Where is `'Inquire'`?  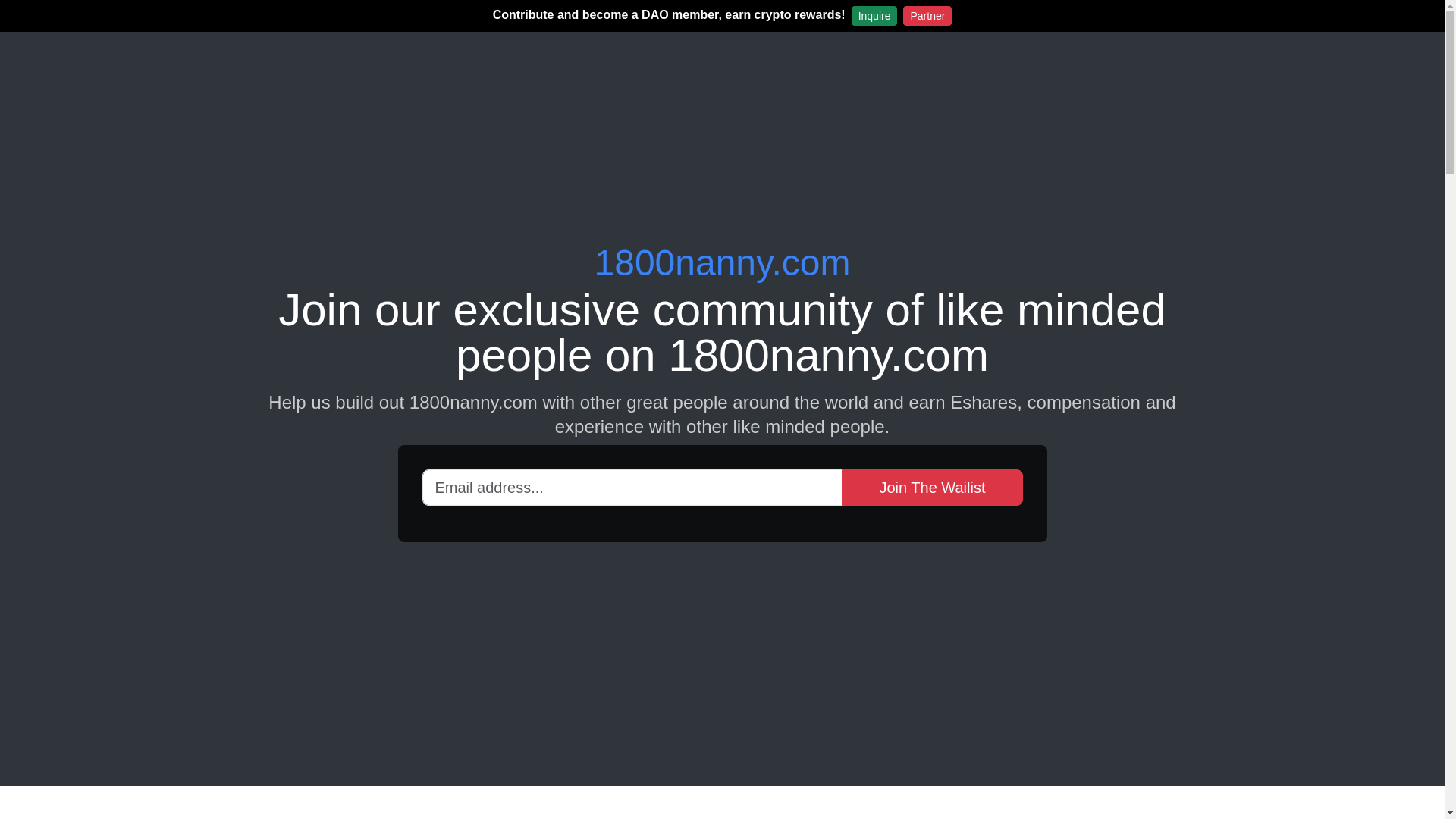 'Inquire' is located at coordinates (852, 15).